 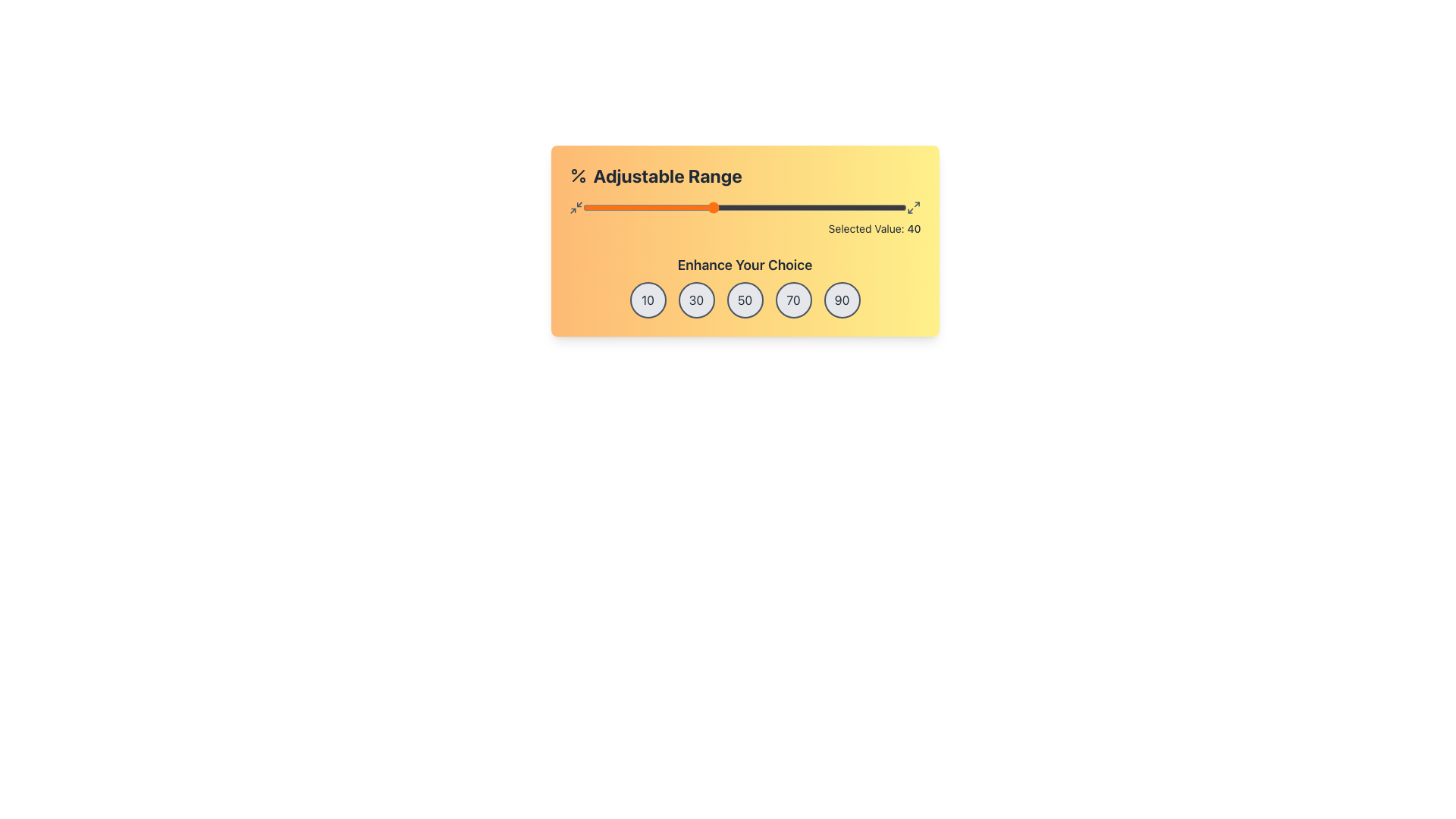 What do you see at coordinates (657, 207) in the screenshot?
I see `the slider value` at bounding box center [657, 207].